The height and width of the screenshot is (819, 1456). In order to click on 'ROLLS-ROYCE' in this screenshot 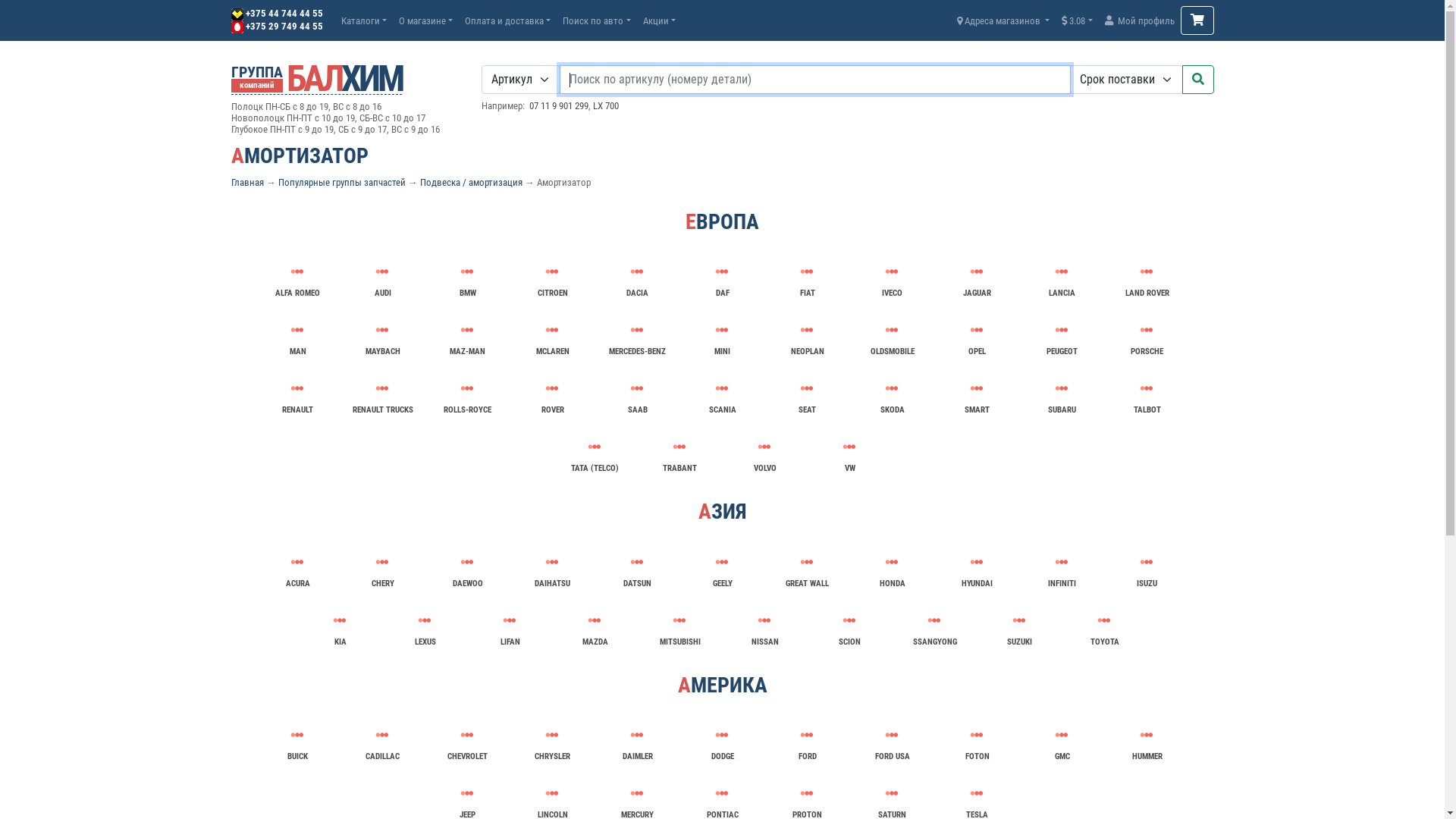, I will do `click(466, 388)`.